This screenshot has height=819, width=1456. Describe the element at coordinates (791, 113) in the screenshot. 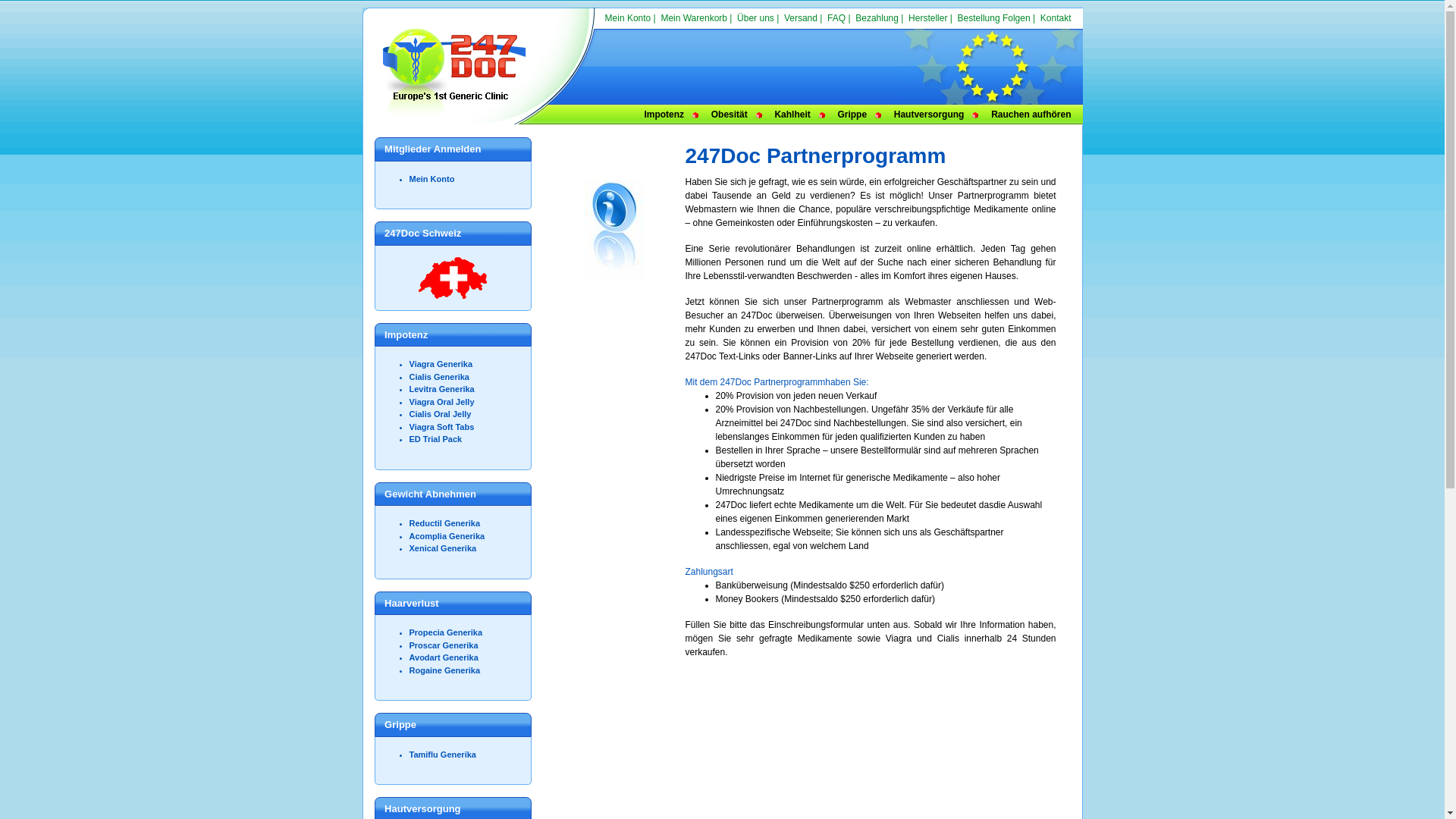

I see `'Kahlheit'` at that location.